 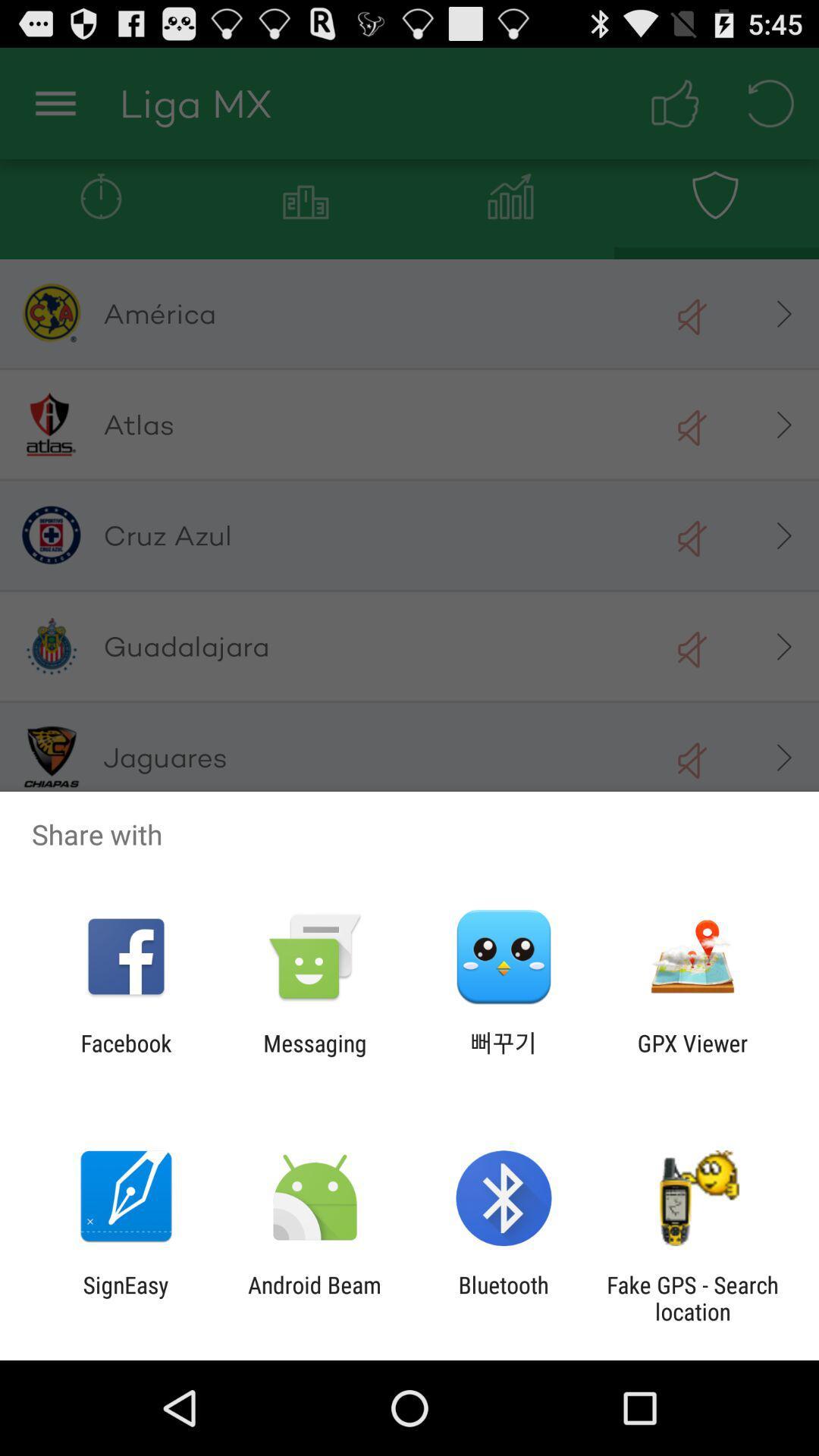 I want to click on icon to the left of messaging icon, so click(x=125, y=1056).